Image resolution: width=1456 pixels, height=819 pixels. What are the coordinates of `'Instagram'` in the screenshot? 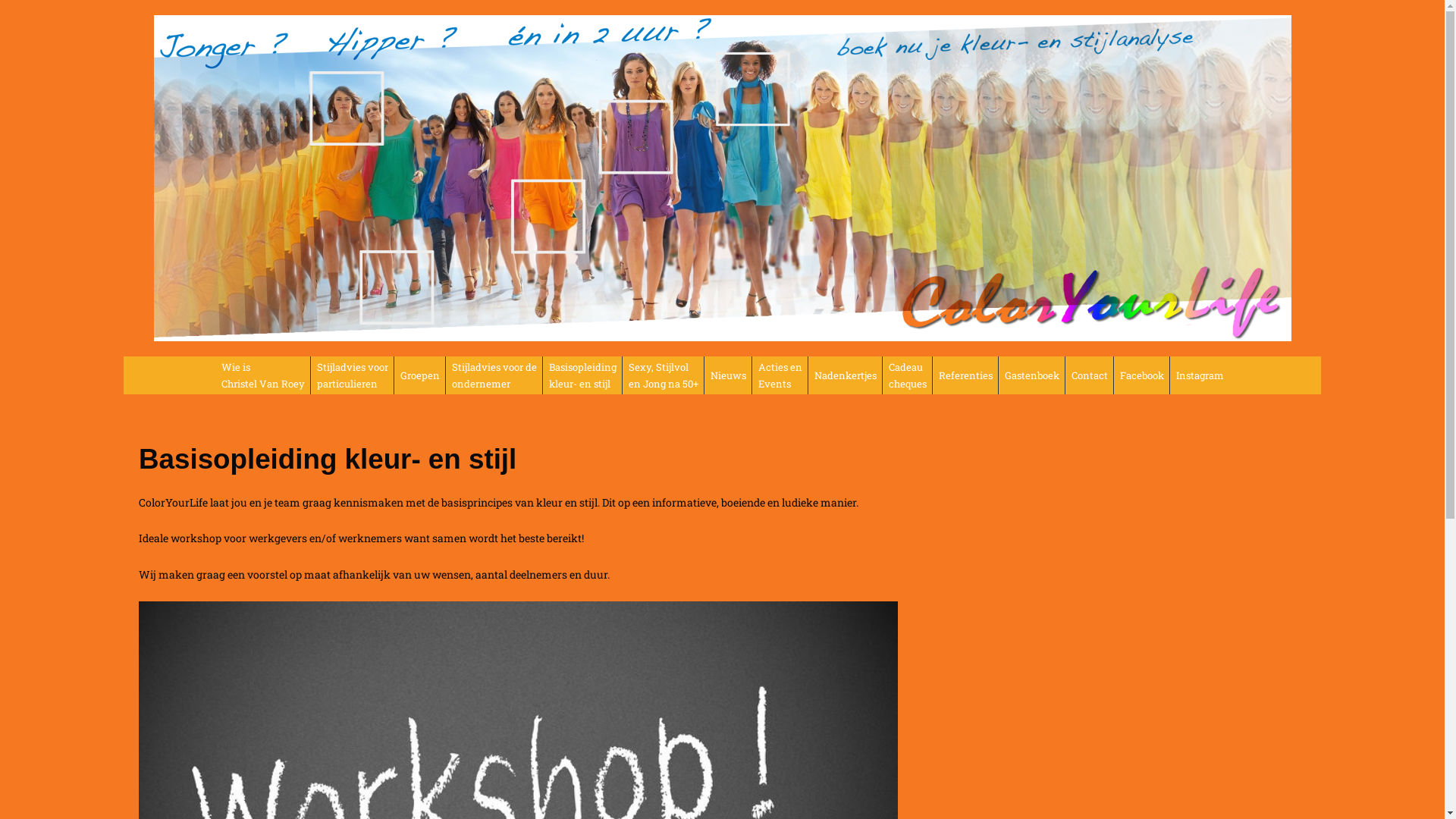 It's located at (1199, 375).